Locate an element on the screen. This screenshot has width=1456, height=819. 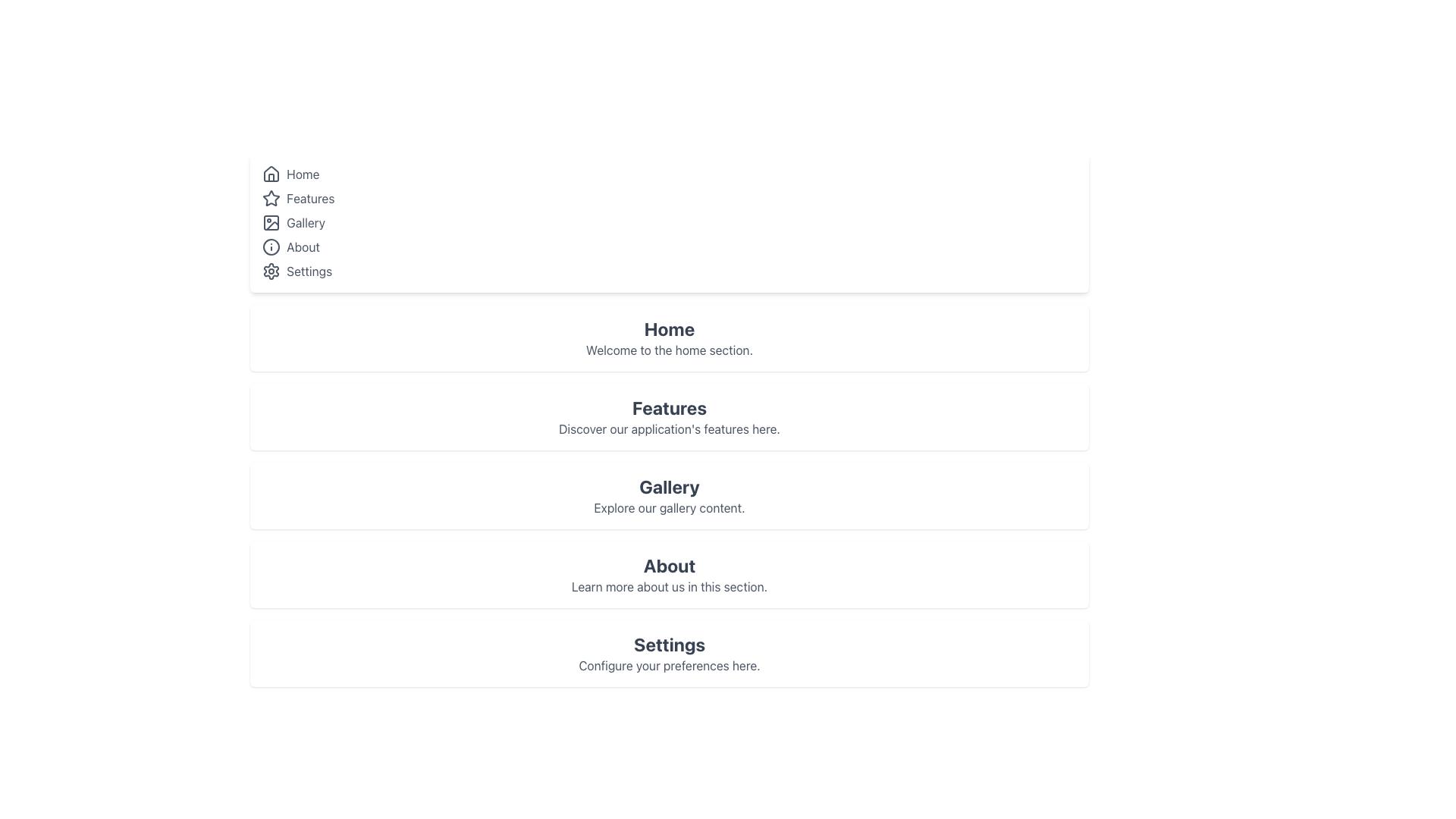
text of the Text Label that serves as a navigation link to the settings section, located below 'About', 'Gallery', and 'Features', and to the right of the cogwheel icon is located at coordinates (309, 271).